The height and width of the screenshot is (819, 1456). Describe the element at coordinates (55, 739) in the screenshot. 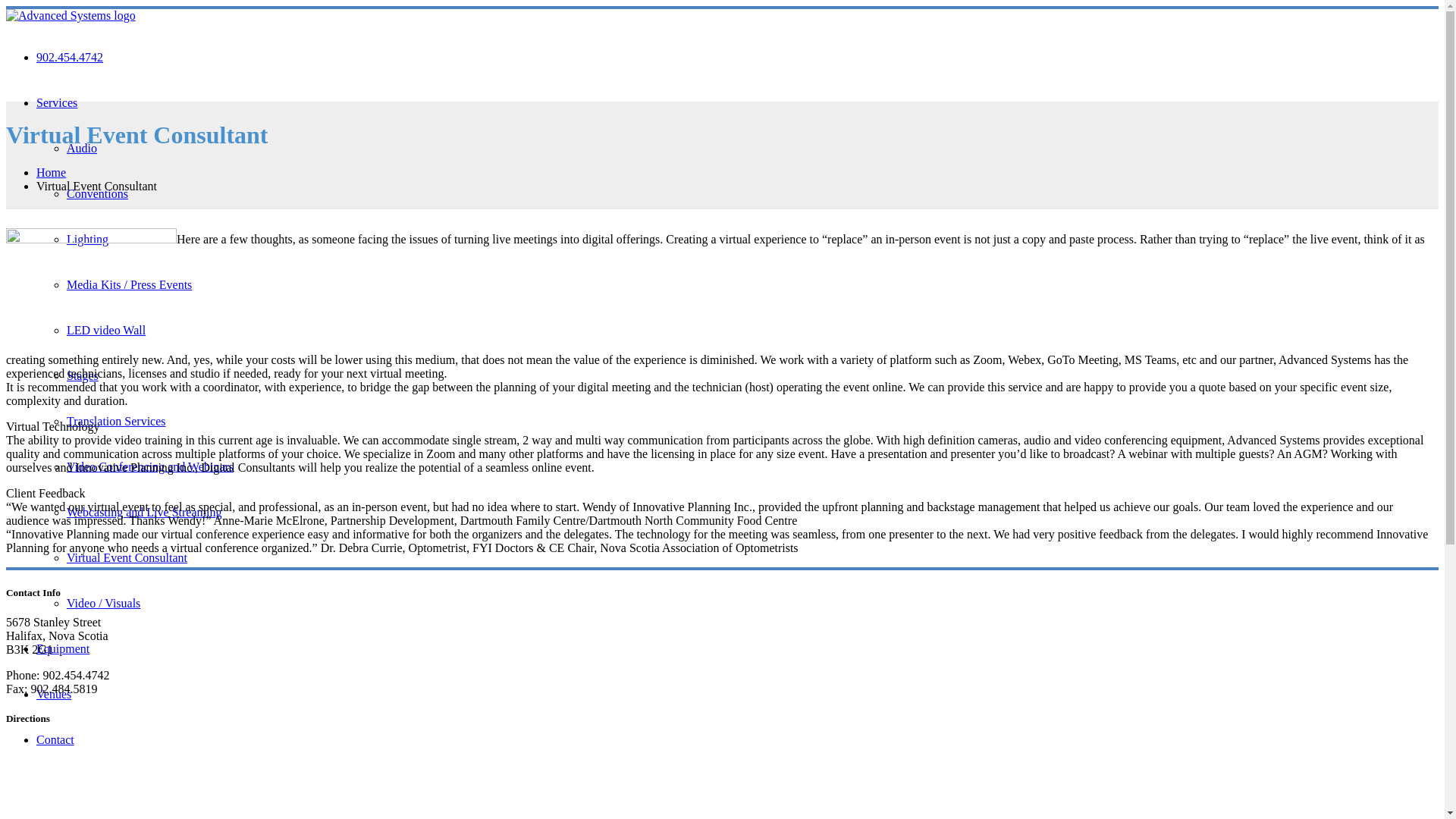

I see `'Contact'` at that location.